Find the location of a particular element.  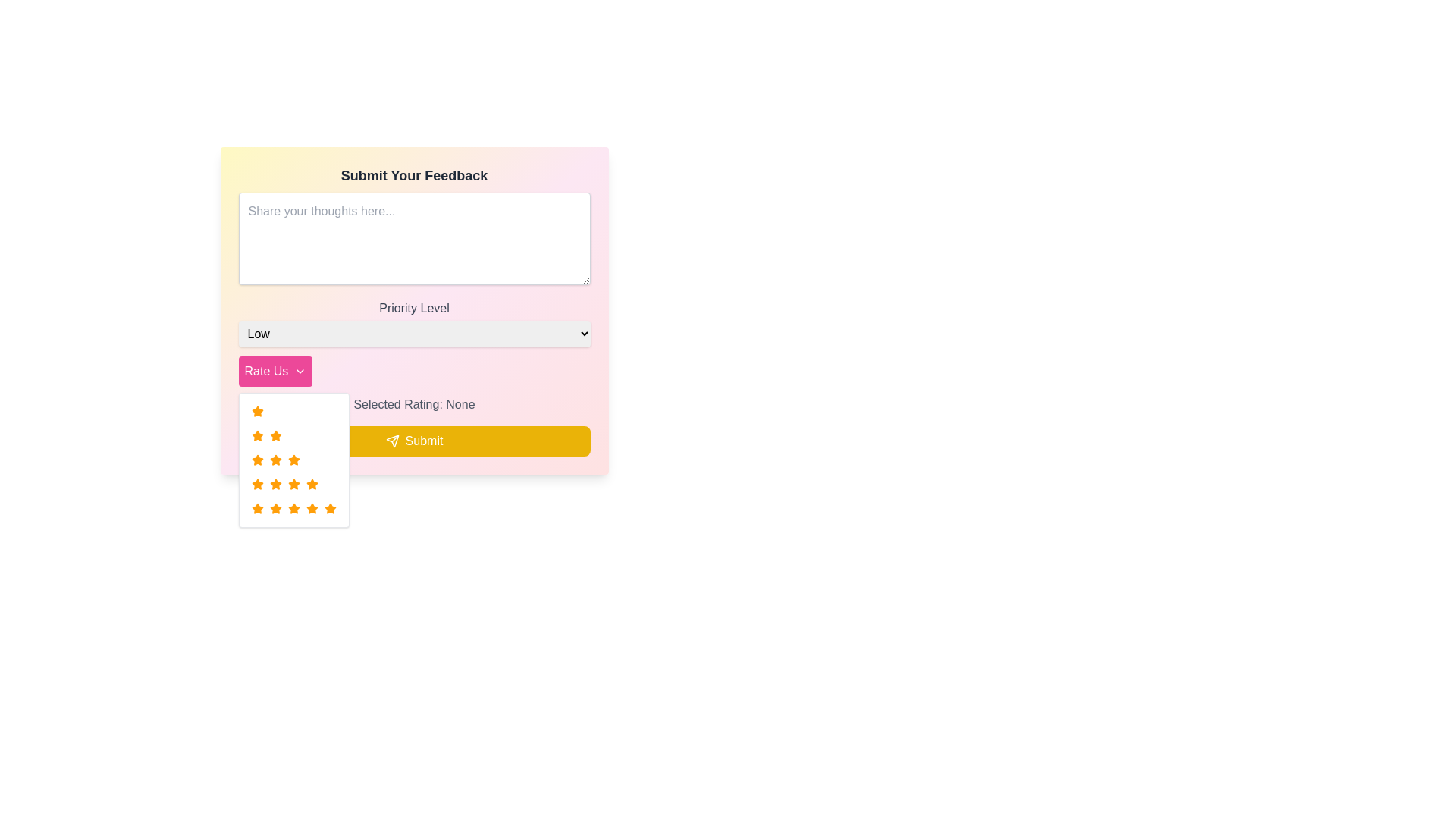

the topmost dropdown menu item for rating located below the 'Rate Us' button is located at coordinates (293, 412).